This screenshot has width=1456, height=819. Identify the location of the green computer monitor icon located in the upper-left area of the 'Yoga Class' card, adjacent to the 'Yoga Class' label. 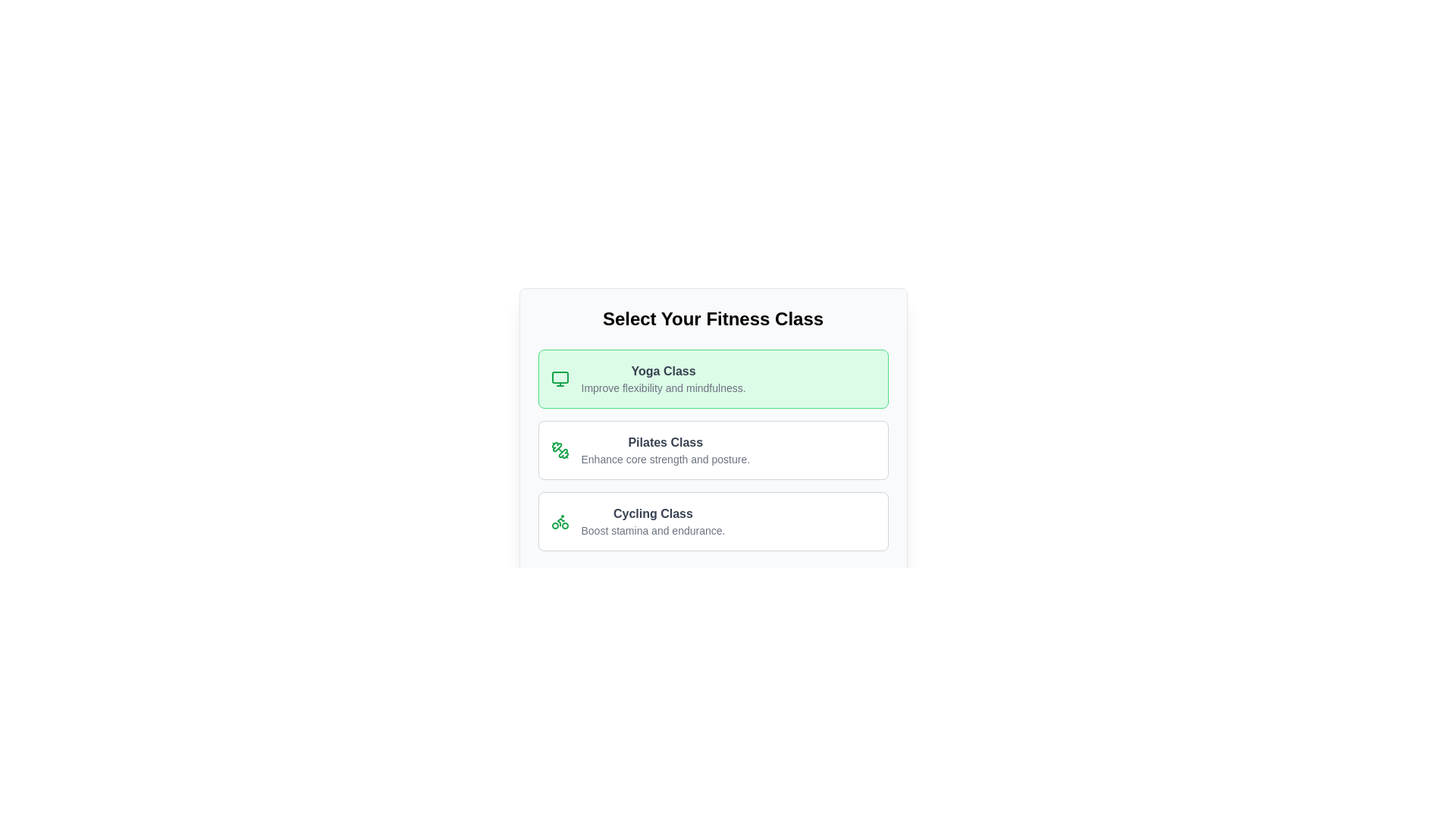
(559, 378).